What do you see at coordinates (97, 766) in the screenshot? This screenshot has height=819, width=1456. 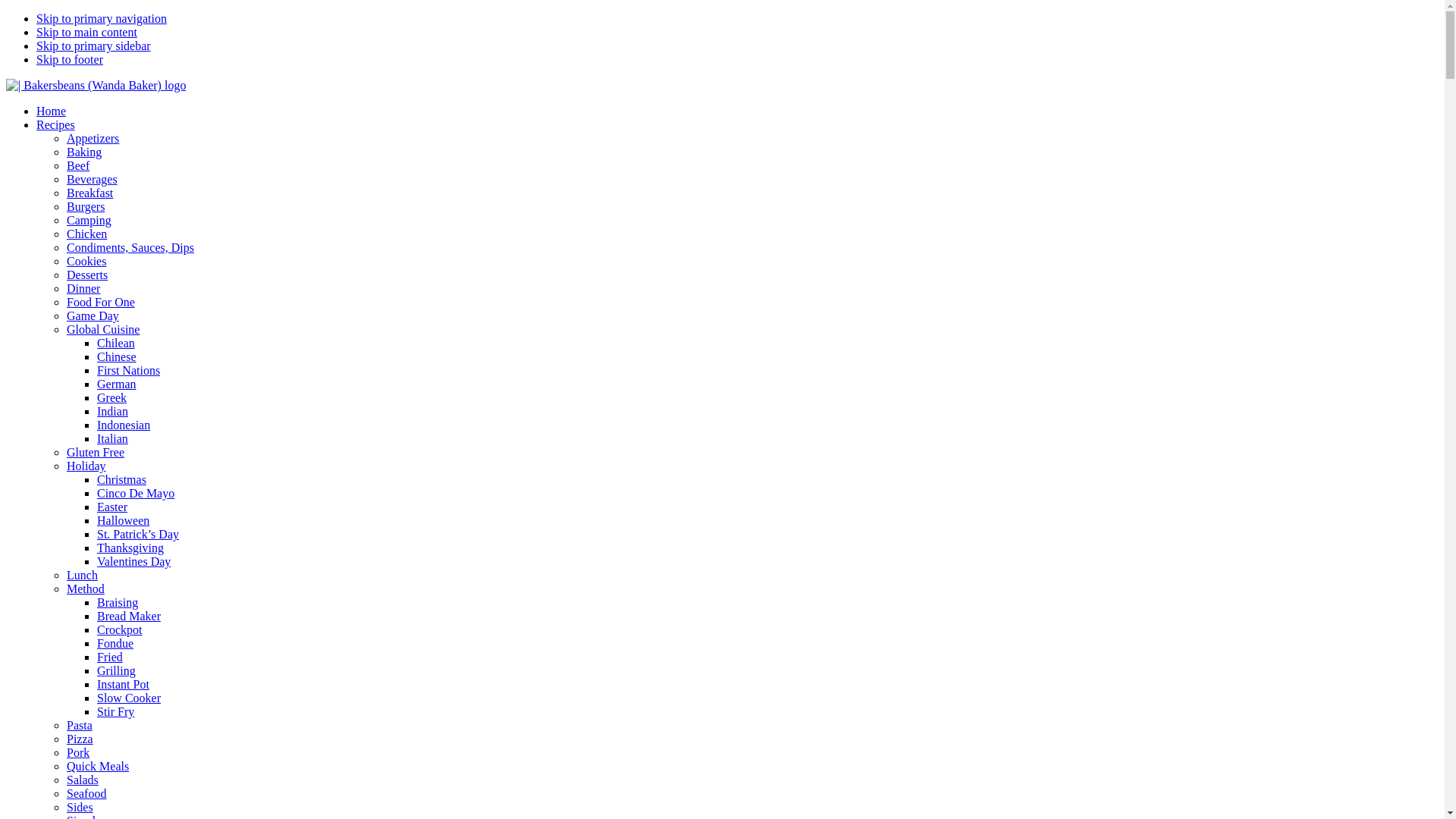 I see `'Quick Meals'` at bounding box center [97, 766].